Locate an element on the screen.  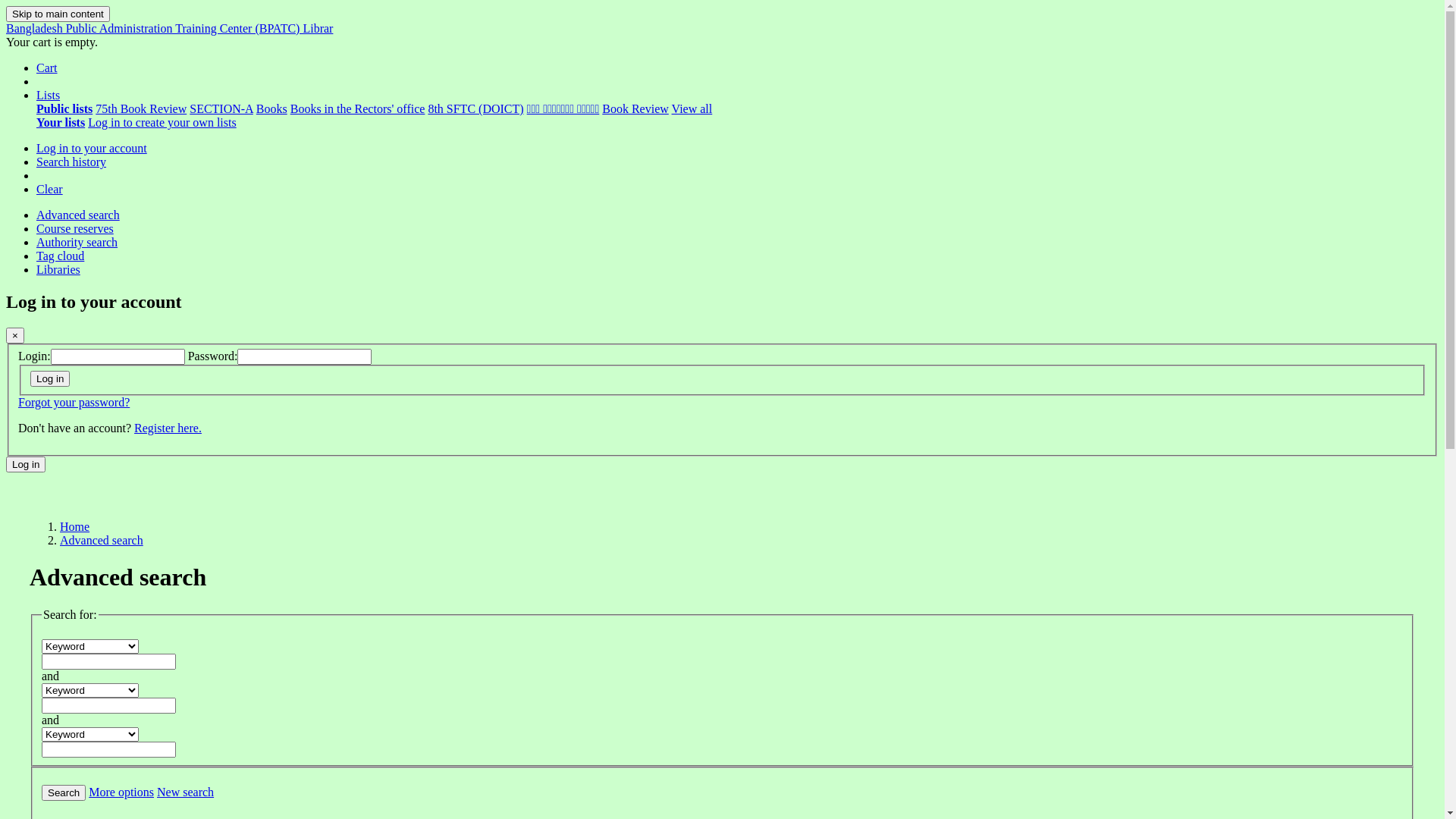
'Log in to create your own lists' is located at coordinates (86, 121).